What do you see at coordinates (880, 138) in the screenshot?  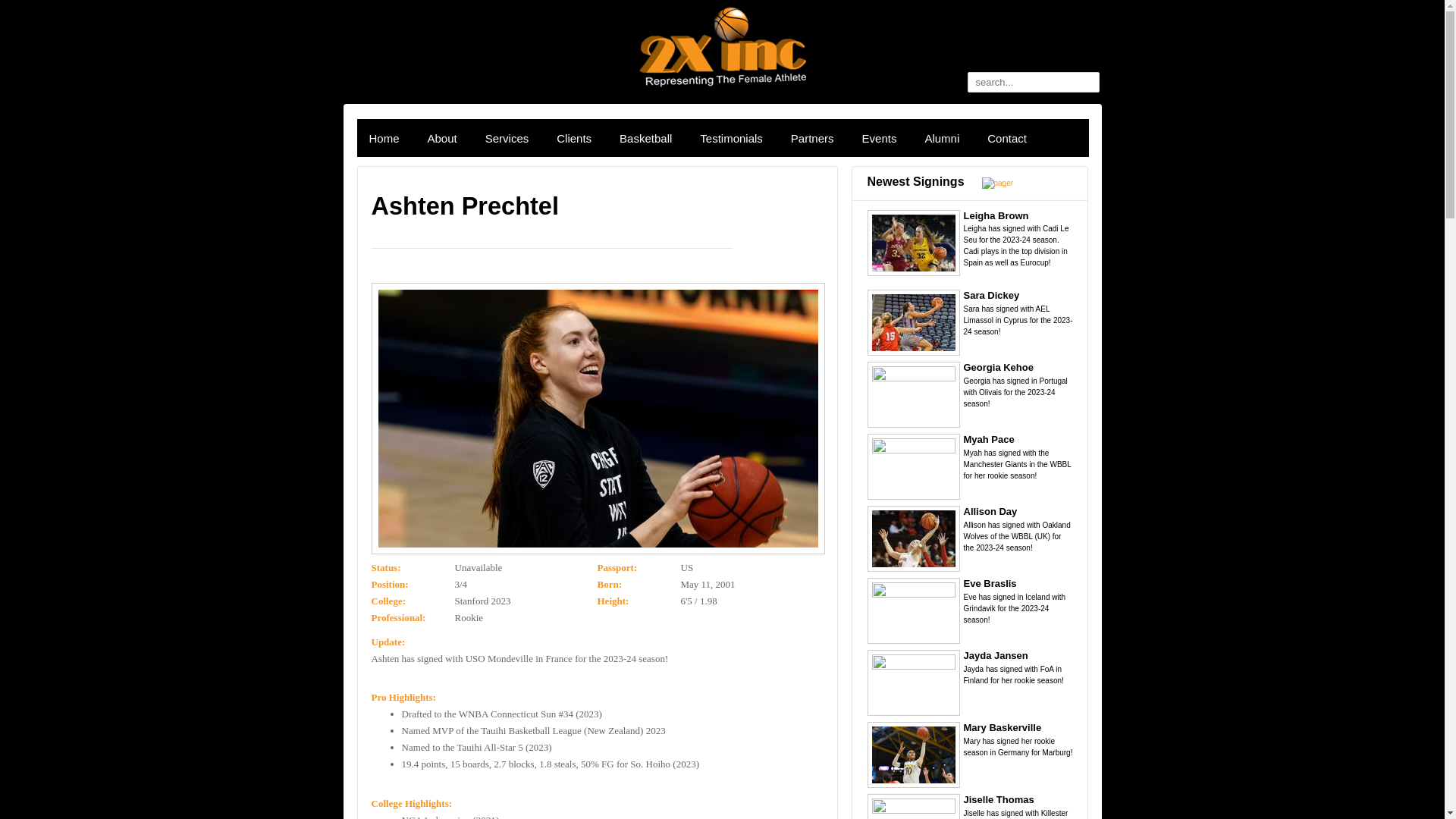 I see `'Events'` at bounding box center [880, 138].